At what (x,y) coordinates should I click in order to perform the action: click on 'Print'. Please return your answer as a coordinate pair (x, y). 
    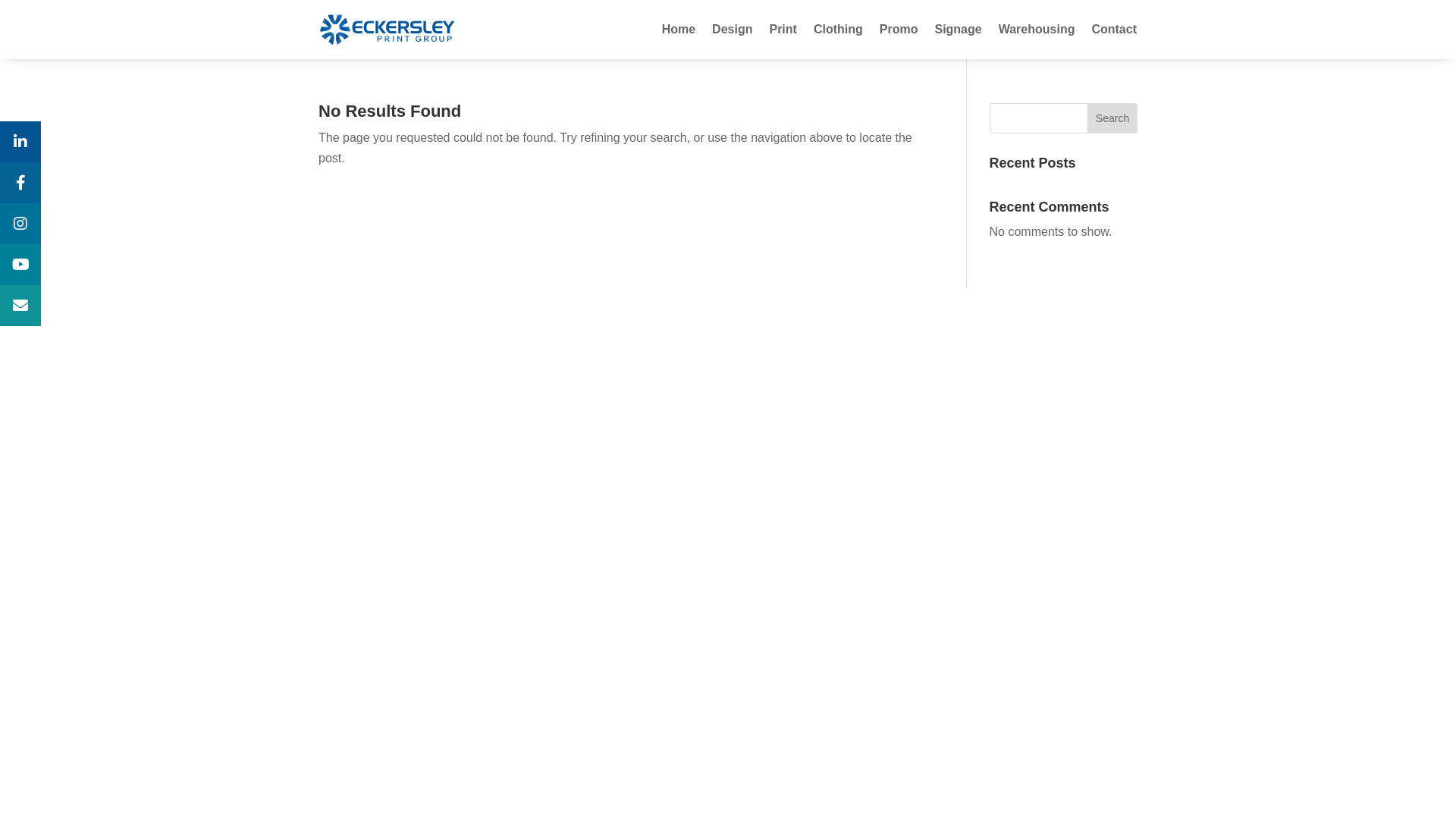
    Looking at the image, I should click on (783, 29).